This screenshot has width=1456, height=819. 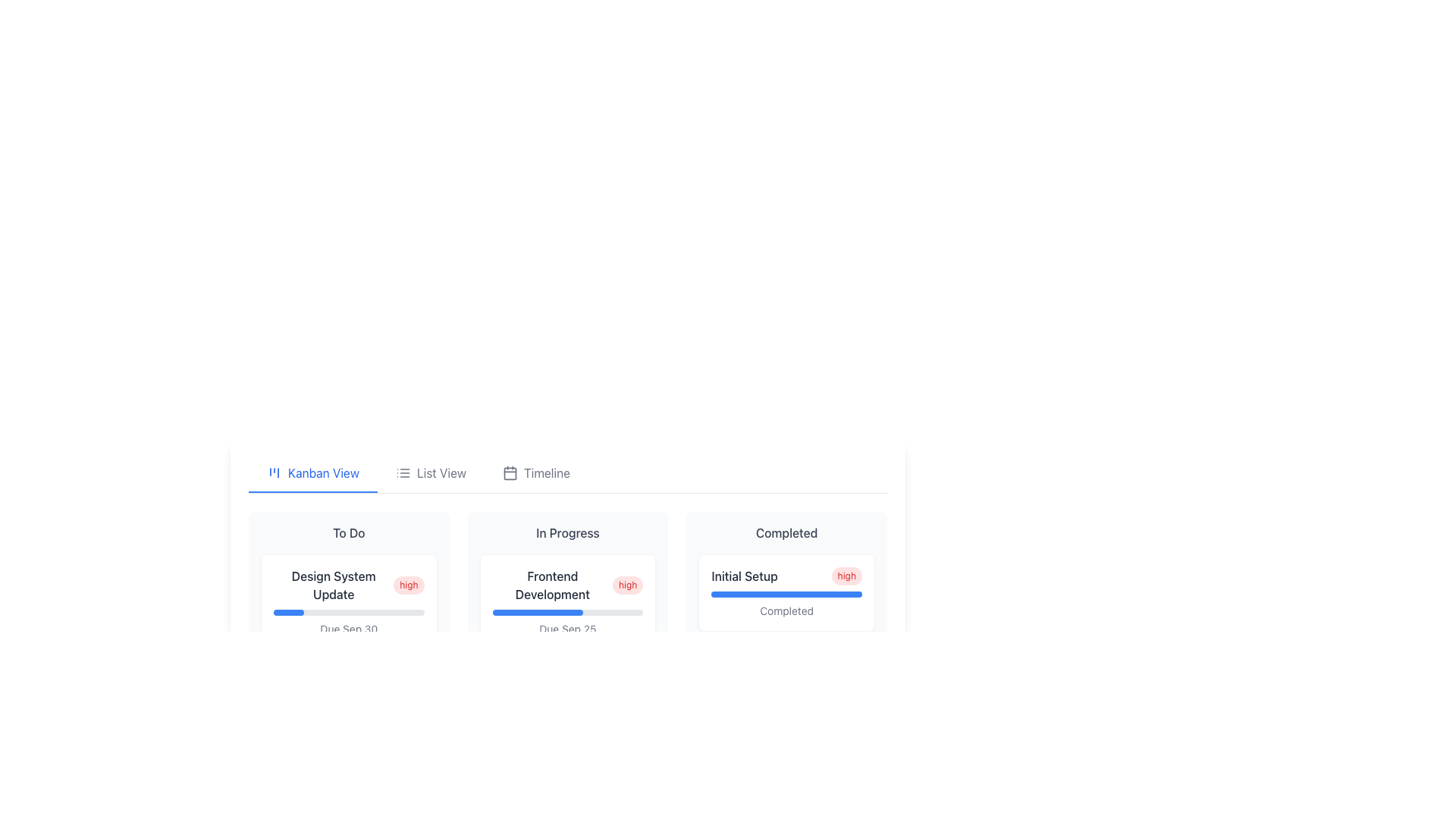 What do you see at coordinates (348, 611) in the screenshot?
I see `the progress bar with a gray background and blue foreground located in the 'To Do' section of the kanban board, specifically beneath the 'Design System Update' card` at bounding box center [348, 611].